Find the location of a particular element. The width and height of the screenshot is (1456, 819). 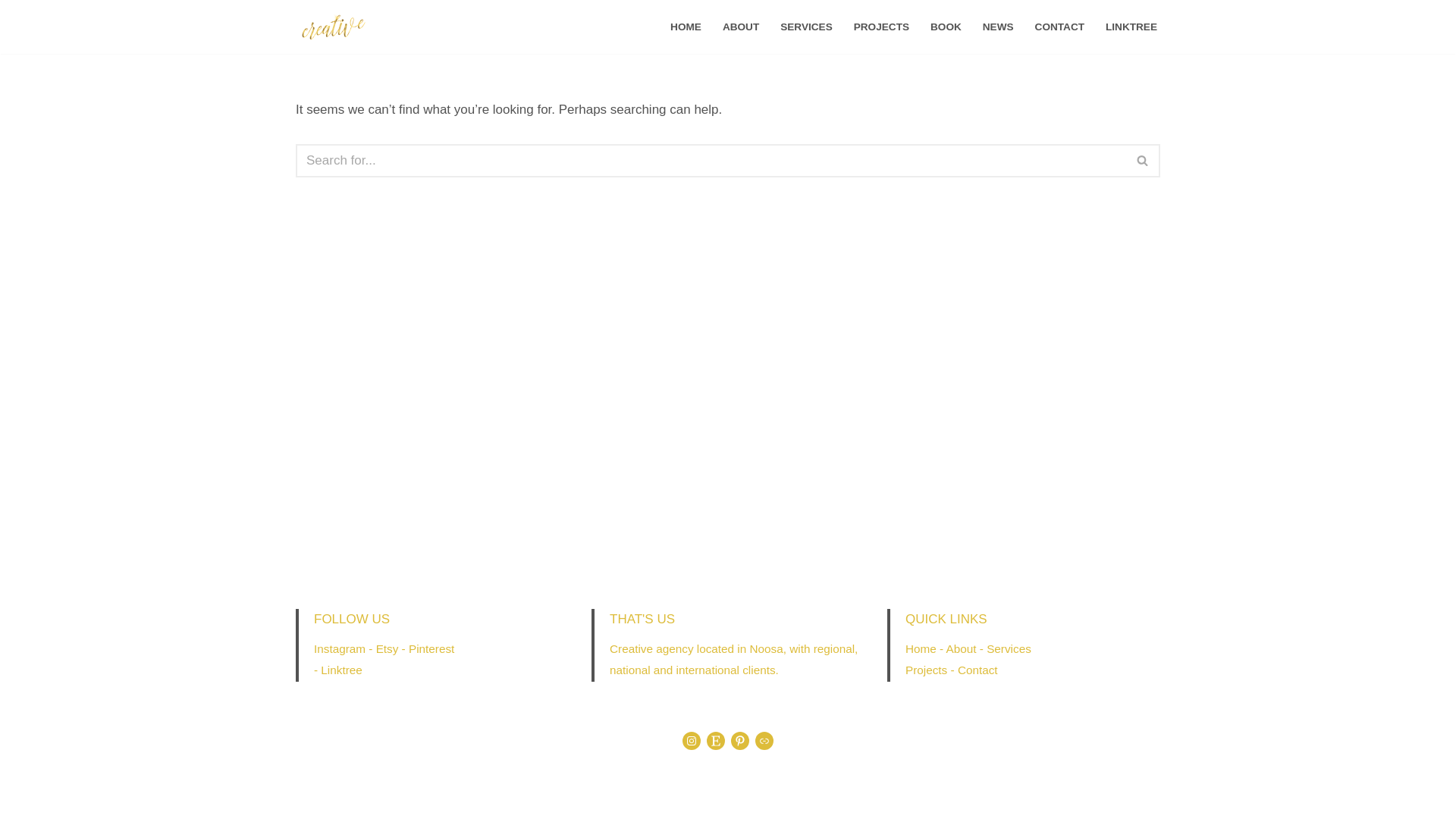

'Skip to content' is located at coordinates (11, 32).